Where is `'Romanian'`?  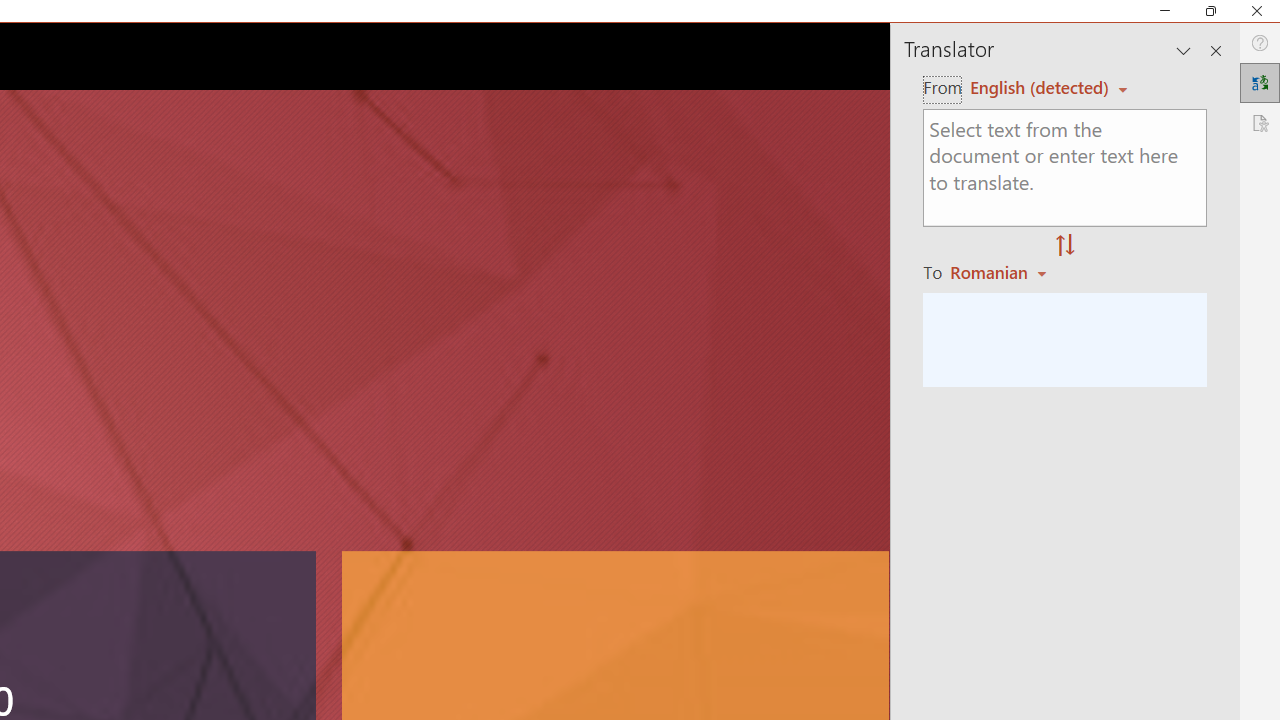
'Romanian' is located at coordinates (1001, 272).